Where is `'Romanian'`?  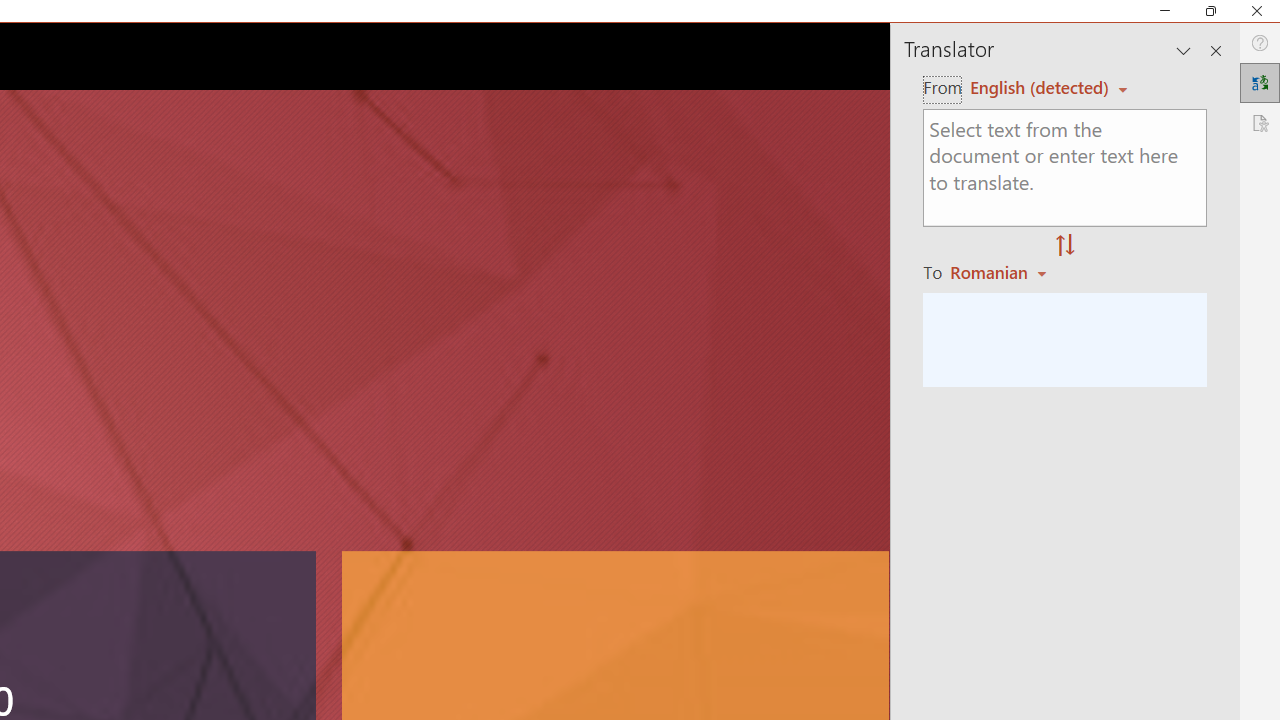
'Romanian' is located at coordinates (1001, 272).